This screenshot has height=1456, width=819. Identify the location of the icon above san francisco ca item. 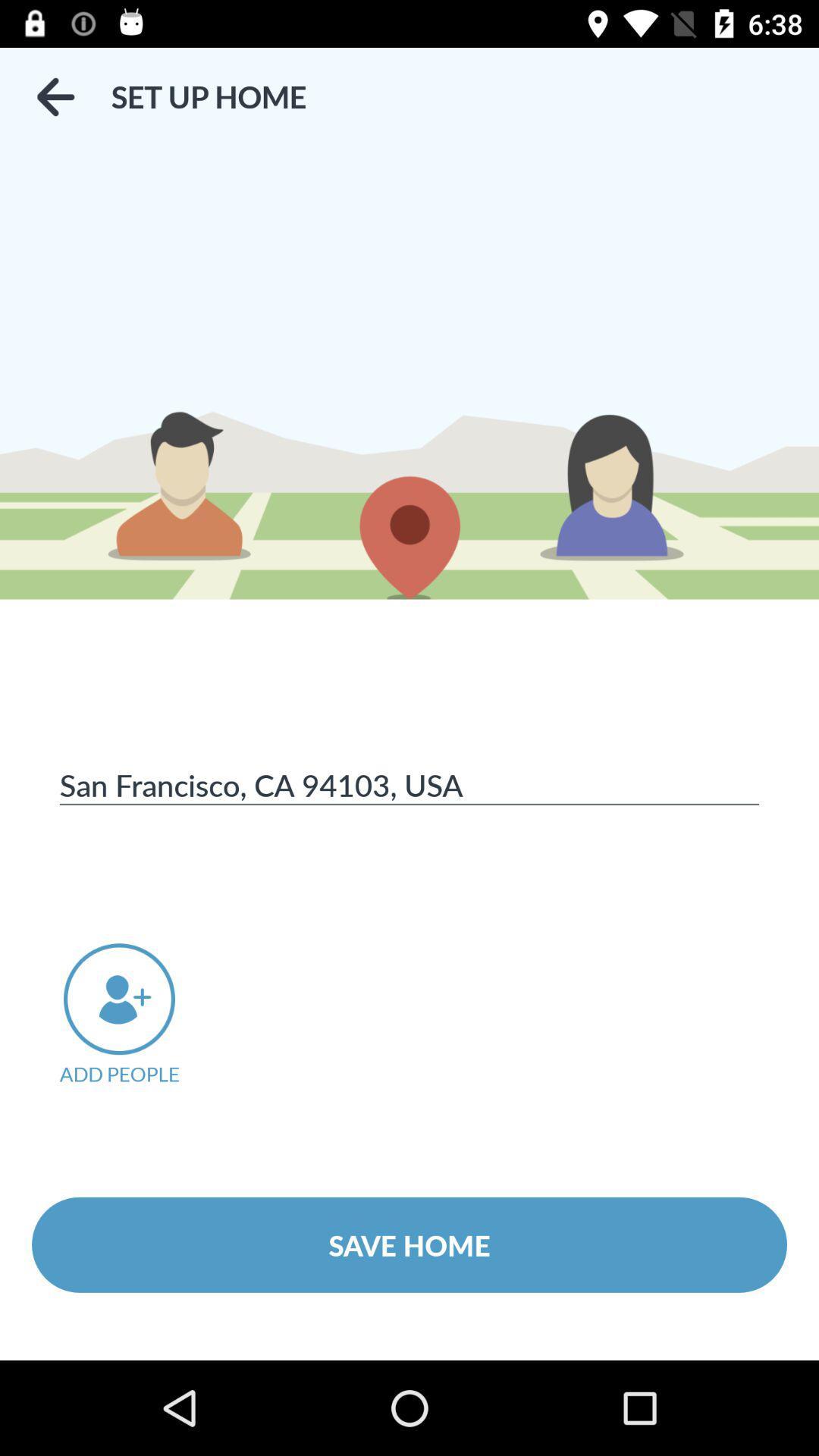
(55, 96).